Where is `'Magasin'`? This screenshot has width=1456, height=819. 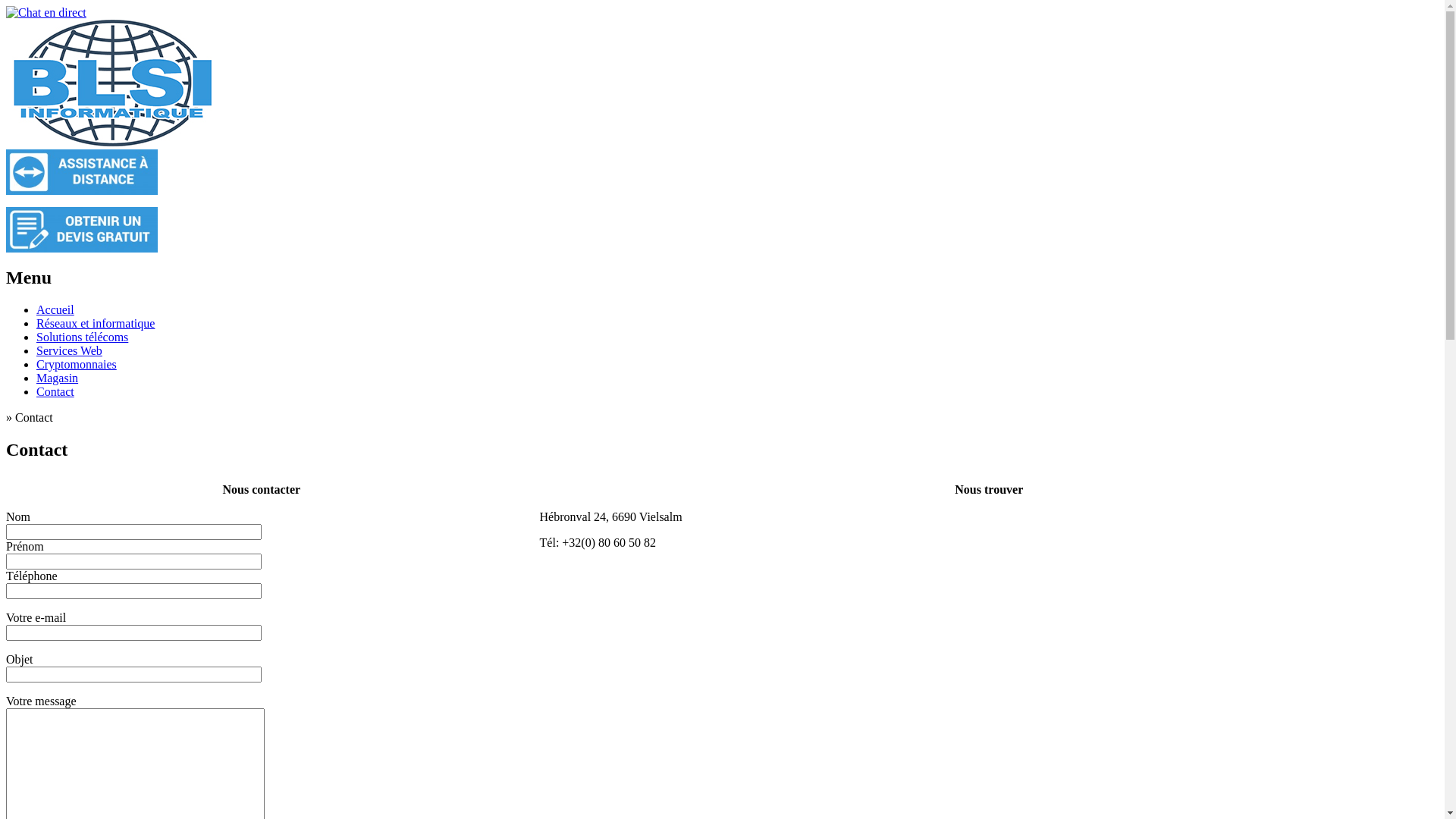
'Magasin' is located at coordinates (36, 377).